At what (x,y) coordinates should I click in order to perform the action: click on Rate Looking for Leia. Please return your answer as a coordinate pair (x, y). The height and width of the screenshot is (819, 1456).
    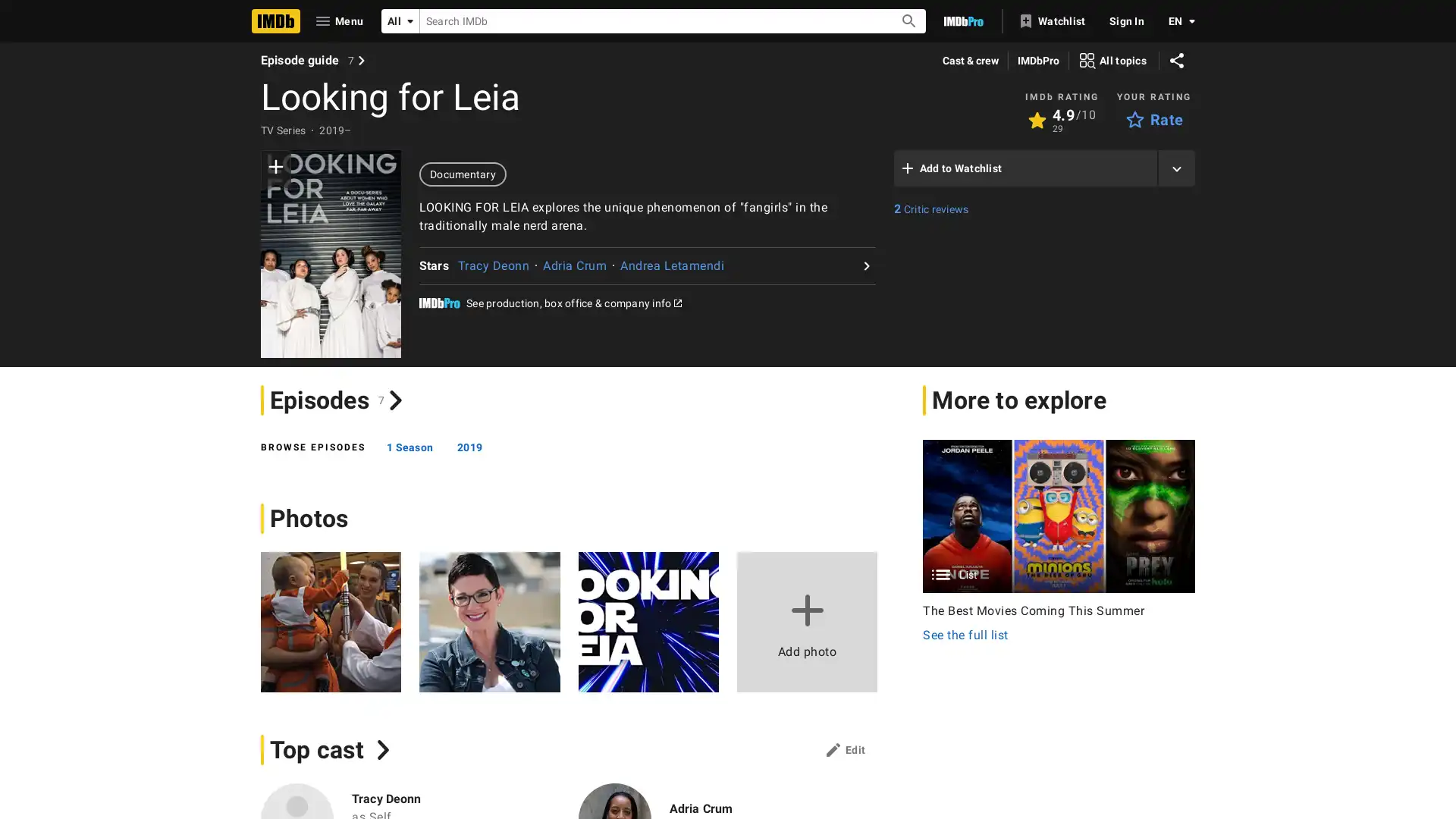
    Looking at the image, I should click on (1153, 119).